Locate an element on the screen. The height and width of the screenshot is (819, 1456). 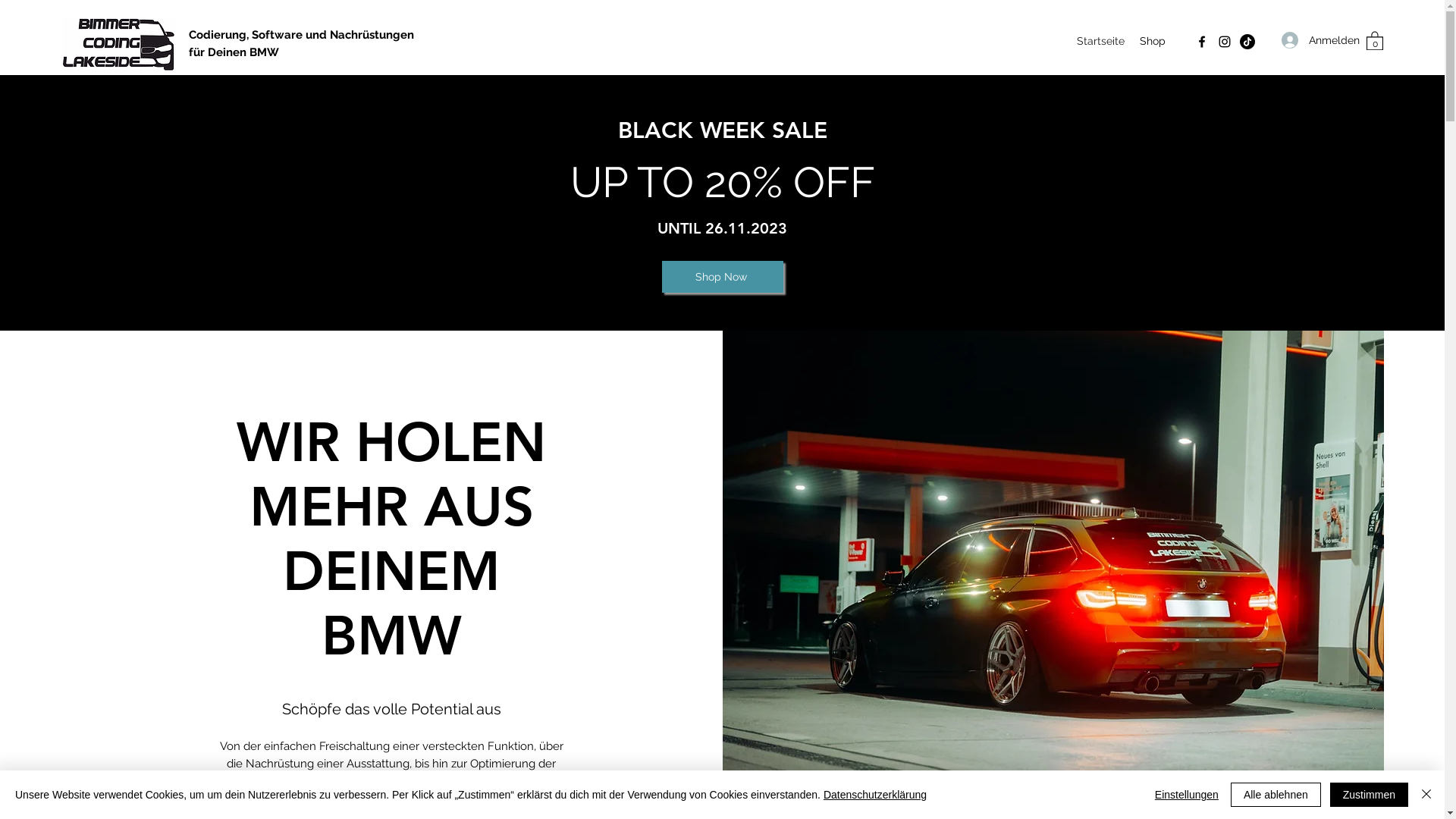
'Shop' is located at coordinates (1153, 40).